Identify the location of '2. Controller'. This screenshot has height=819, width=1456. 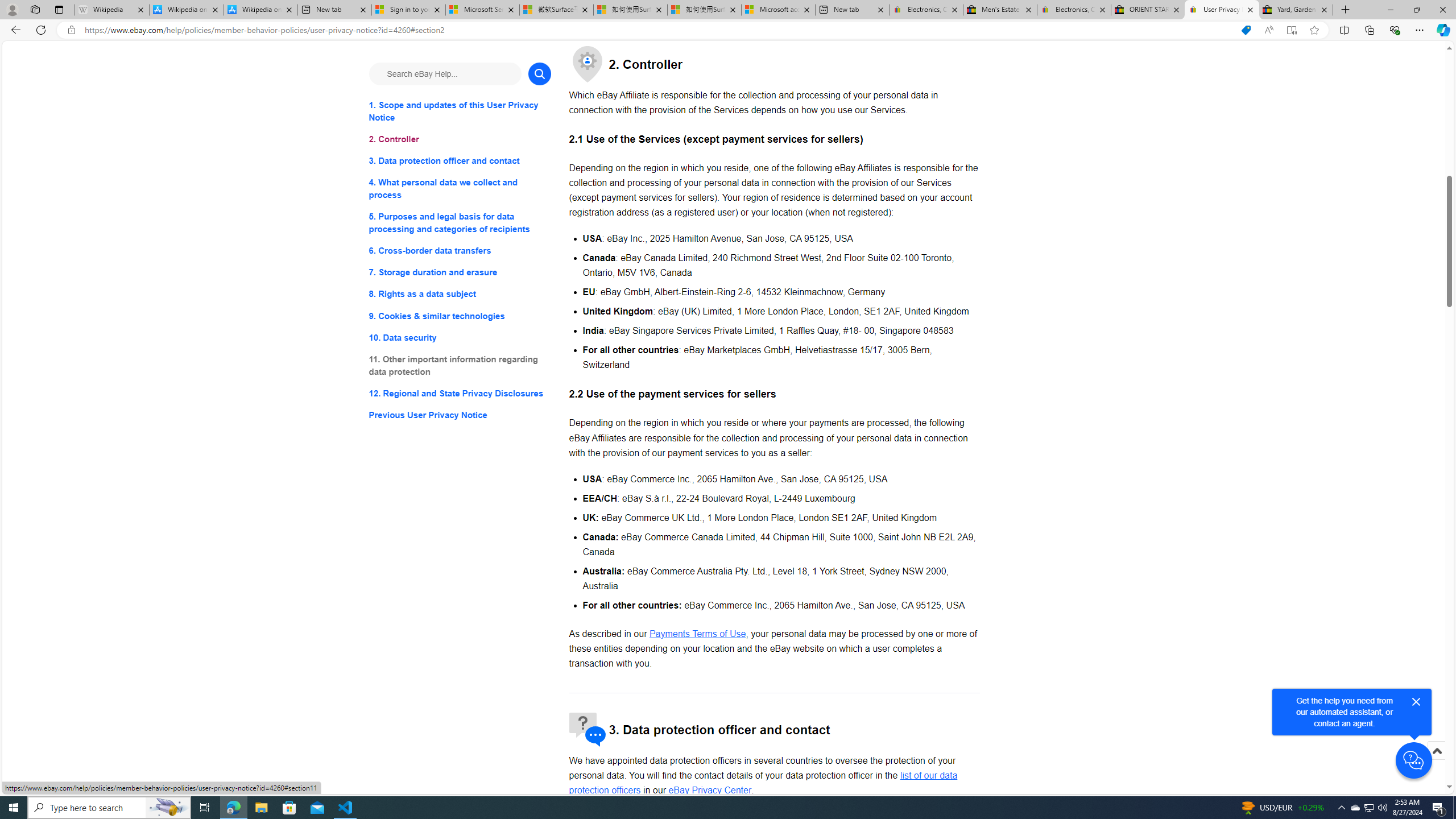
(459, 139).